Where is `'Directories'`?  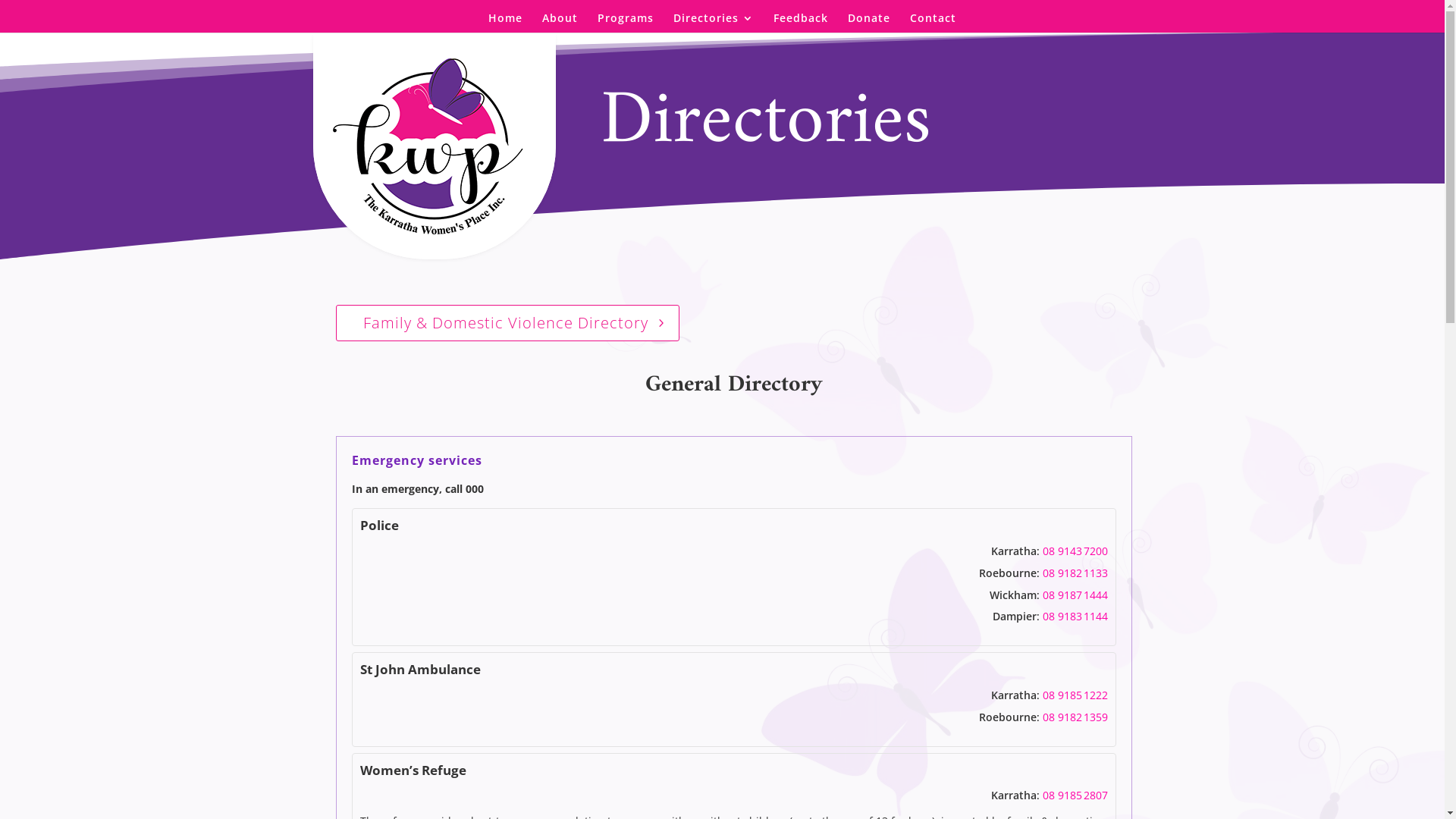 'Directories' is located at coordinates (712, 23).